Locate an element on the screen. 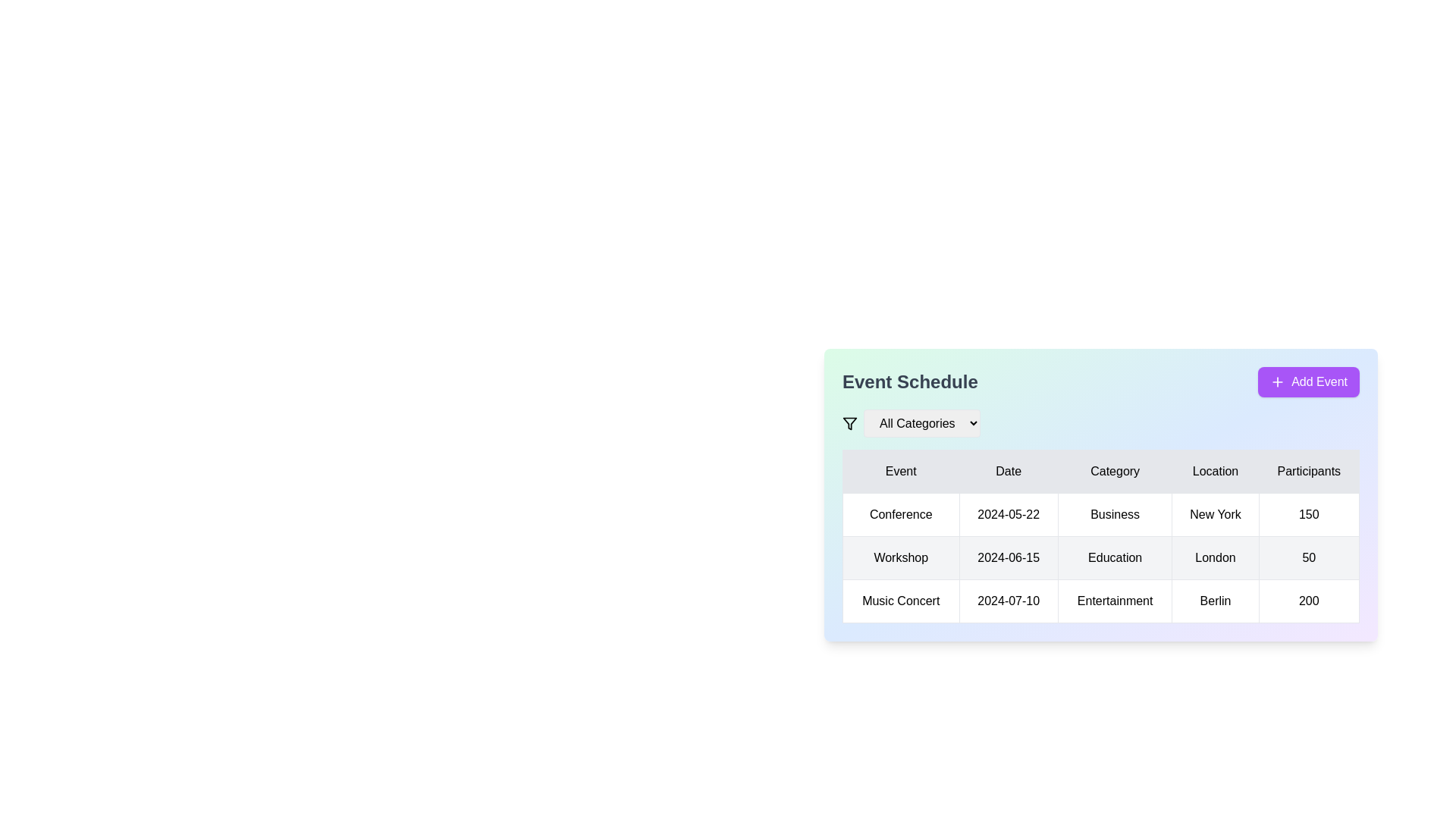 Image resolution: width=1456 pixels, height=819 pixels. the Table Header element labeled 'Location', which is the fourth header in a row beneath the 'Event Schedule' section is located at coordinates (1216, 470).